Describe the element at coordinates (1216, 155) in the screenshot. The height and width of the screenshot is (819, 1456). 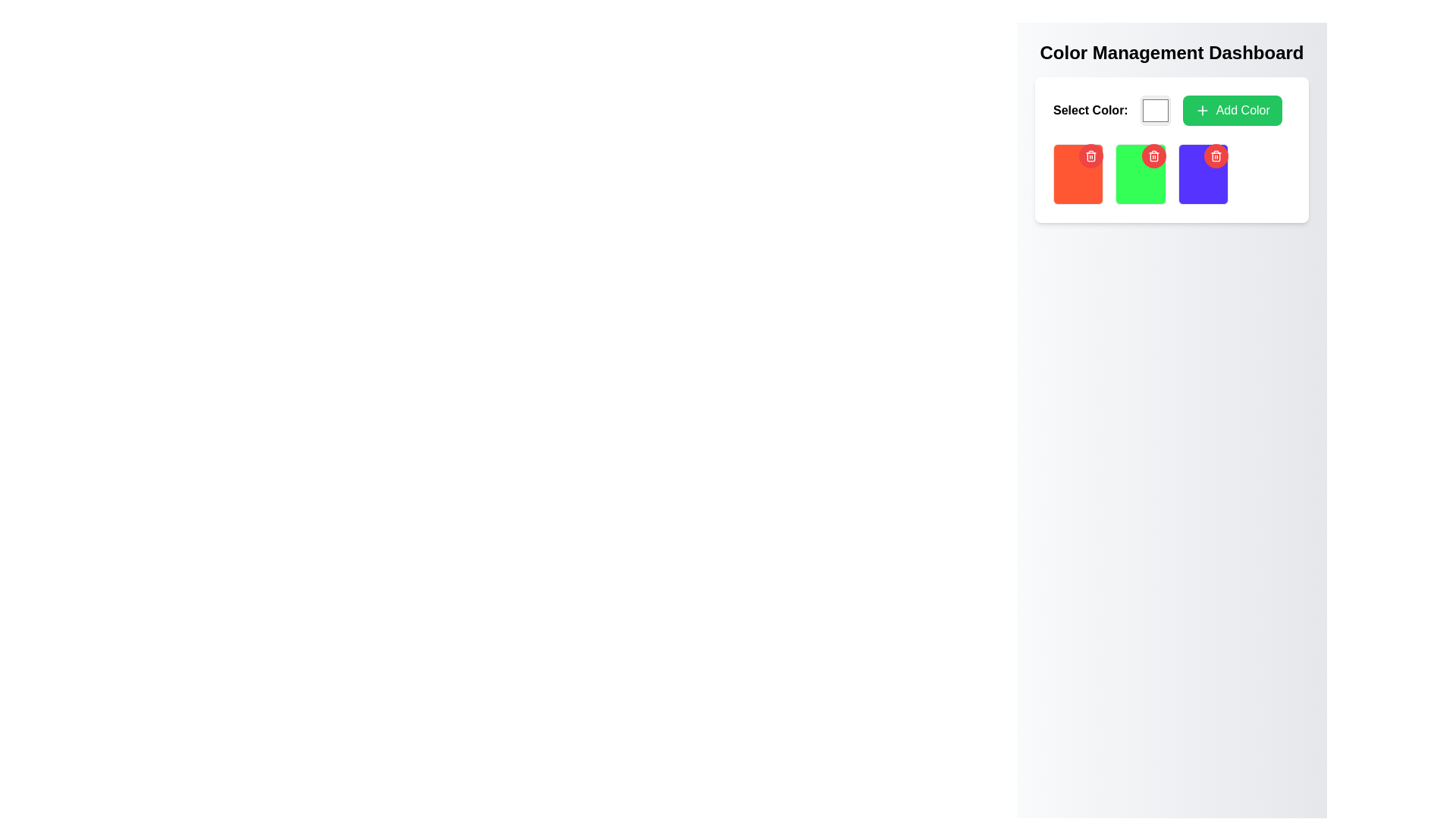
I see `the delete button located at the top-right corner of the purple card to observe the hover effect` at that location.